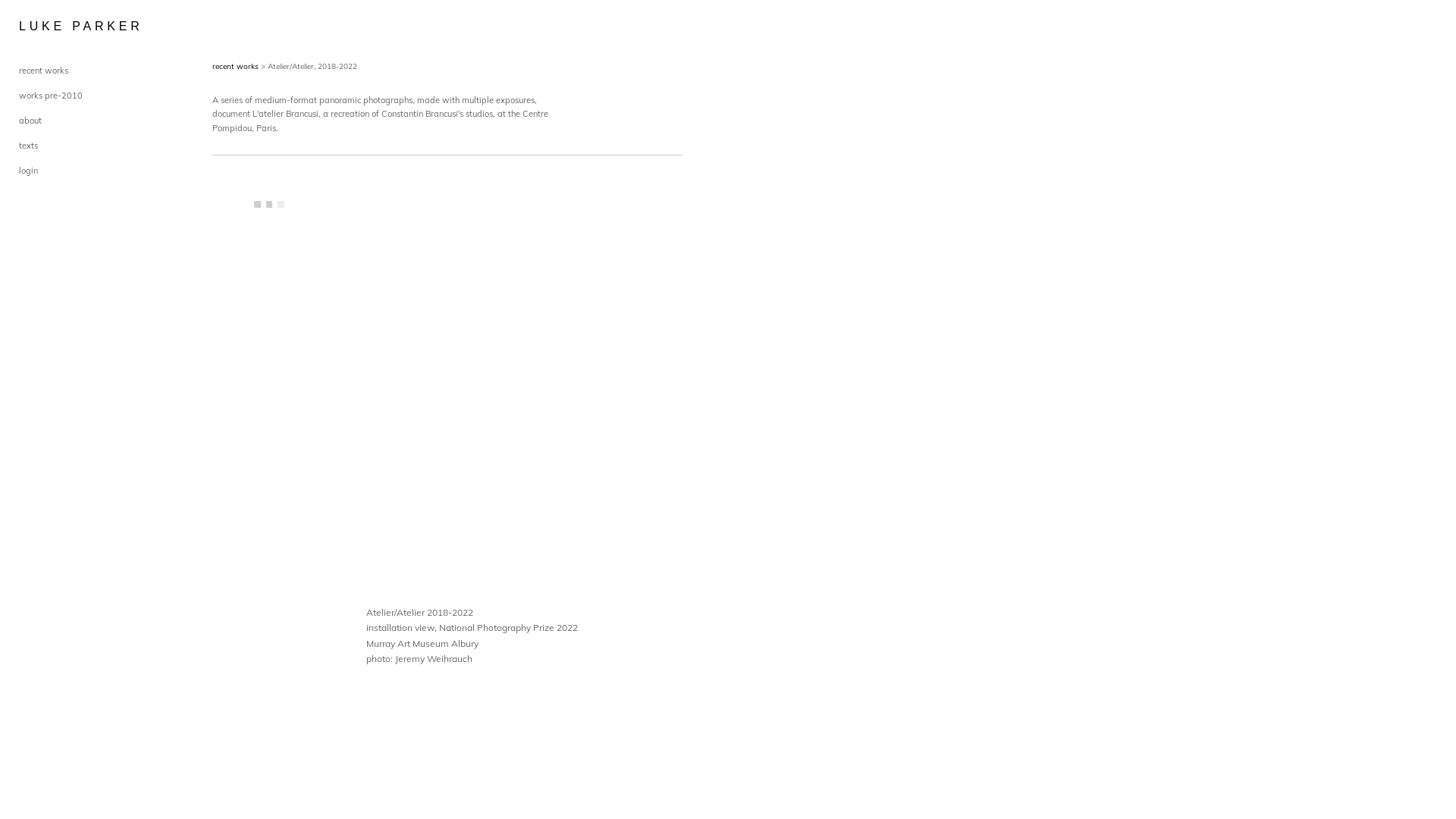 This screenshot has height=819, width=1456. I want to click on 'login', so click(28, 170).